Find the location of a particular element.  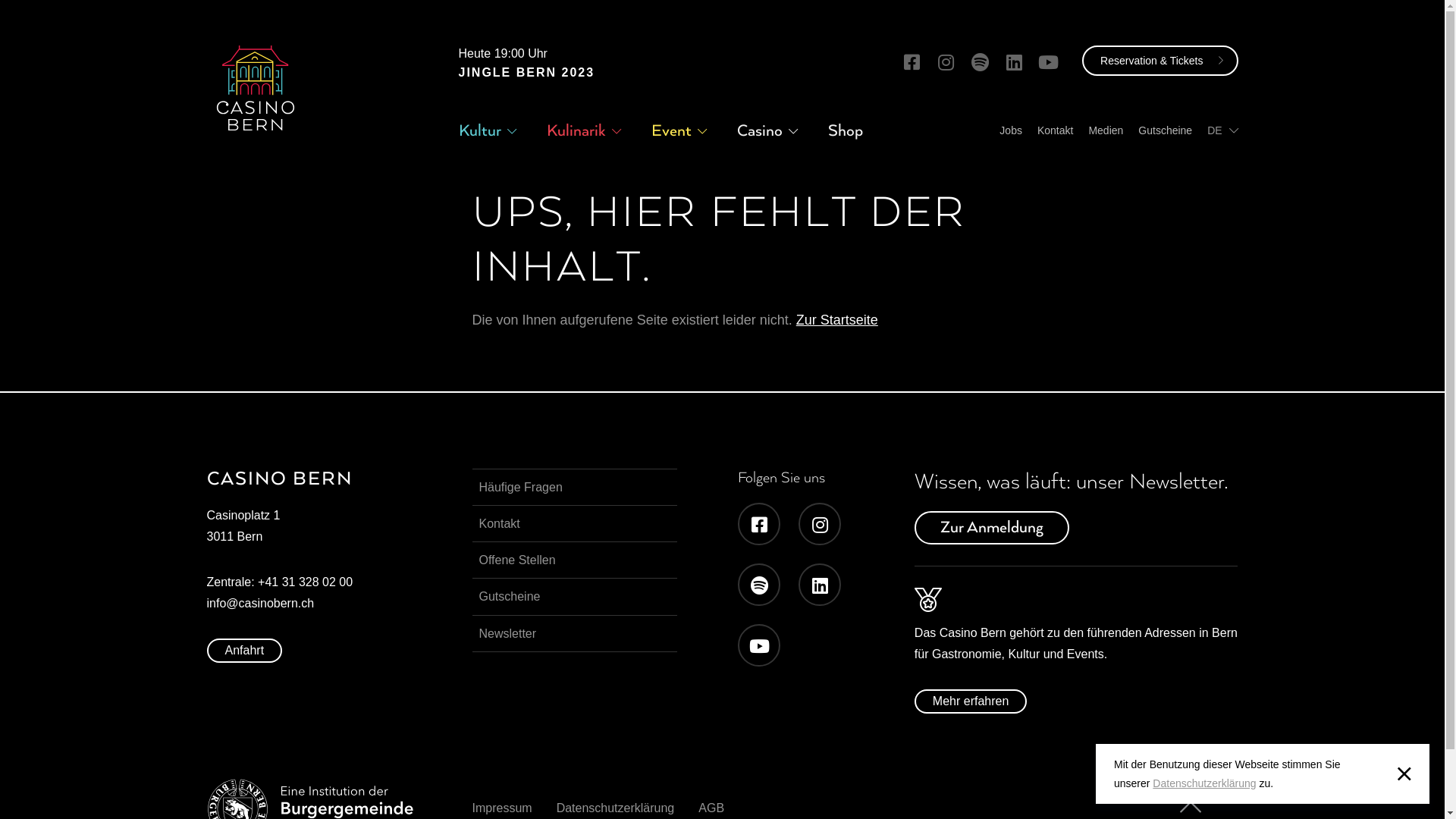

'Shop' is located at coordinates (844, 130).